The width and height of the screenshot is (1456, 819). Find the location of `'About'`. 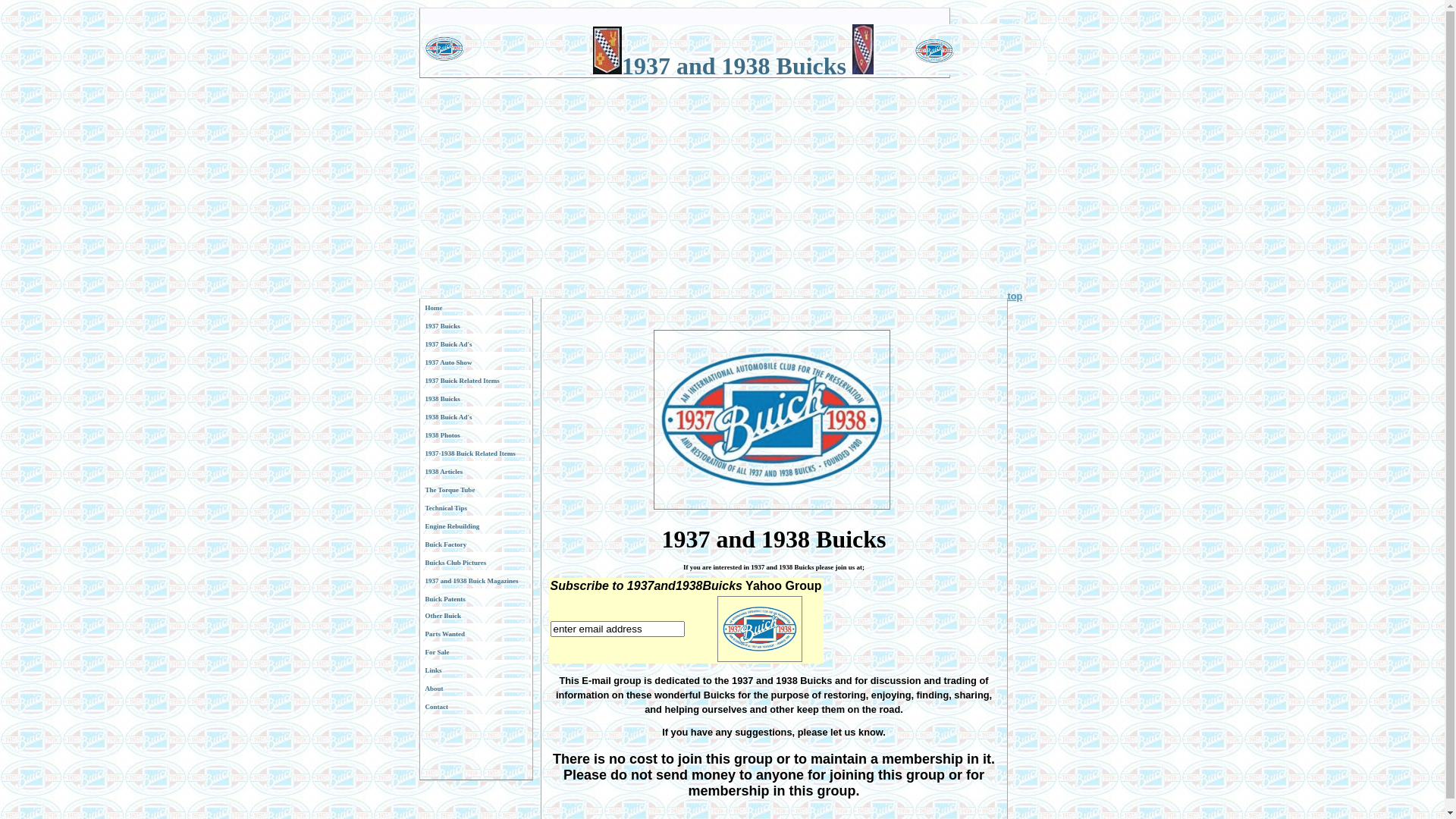

'About' is located at coordinates (475, 688).